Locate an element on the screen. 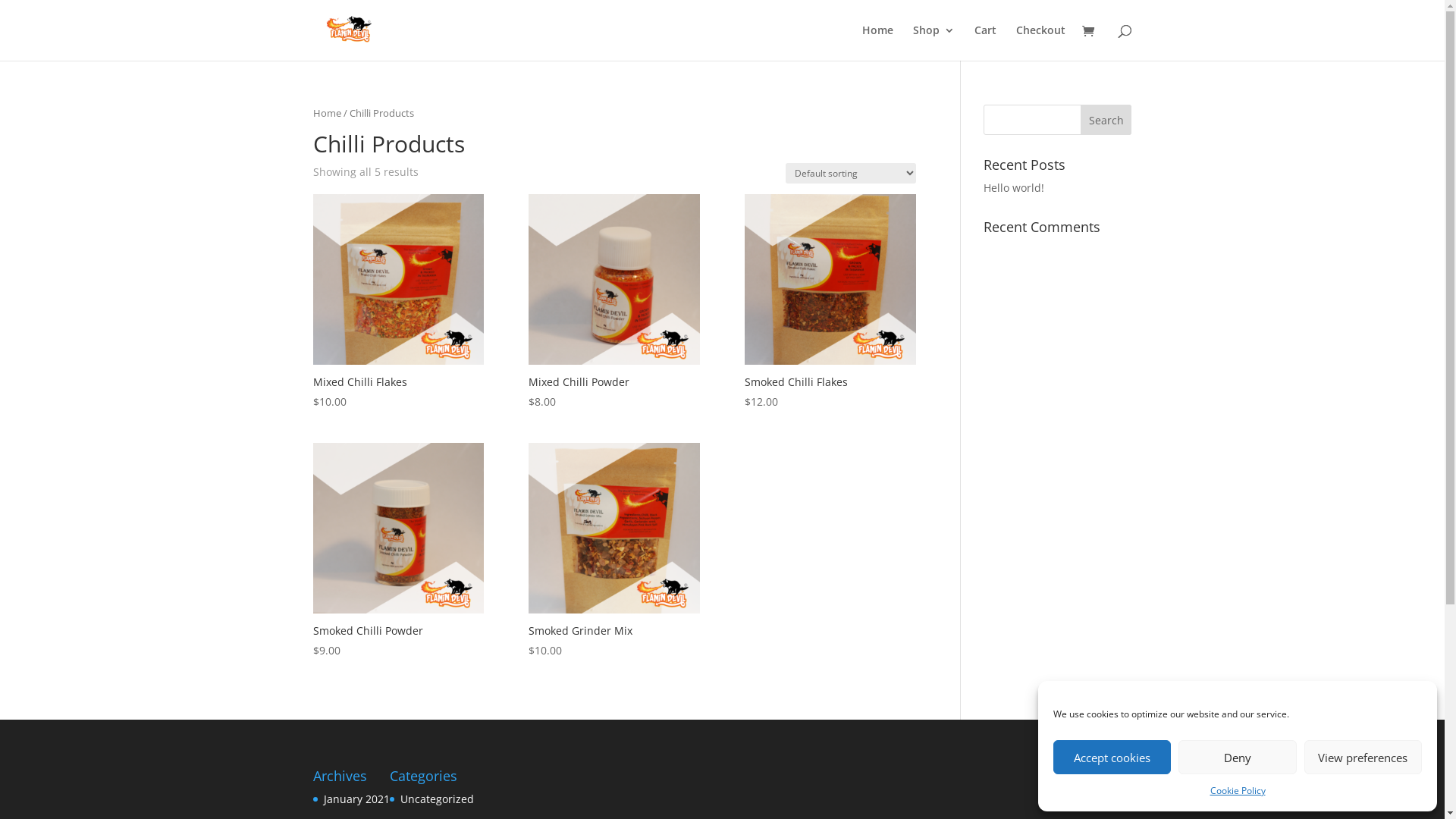  'Cookie Policy' is located at coordinates (1238, 789).